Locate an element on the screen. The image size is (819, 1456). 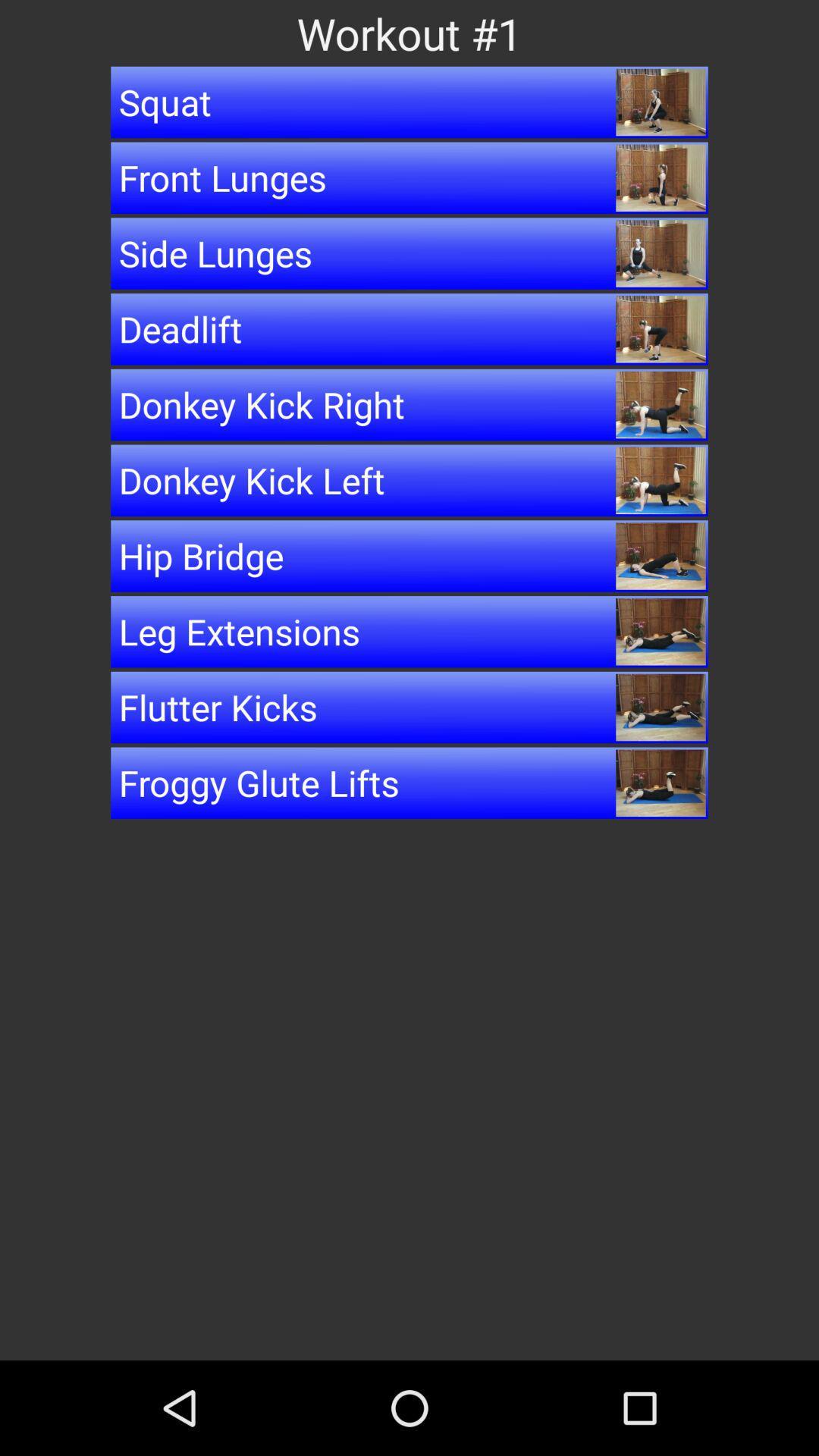
the froggy glute lifts button is located at coordinates (409, 783).